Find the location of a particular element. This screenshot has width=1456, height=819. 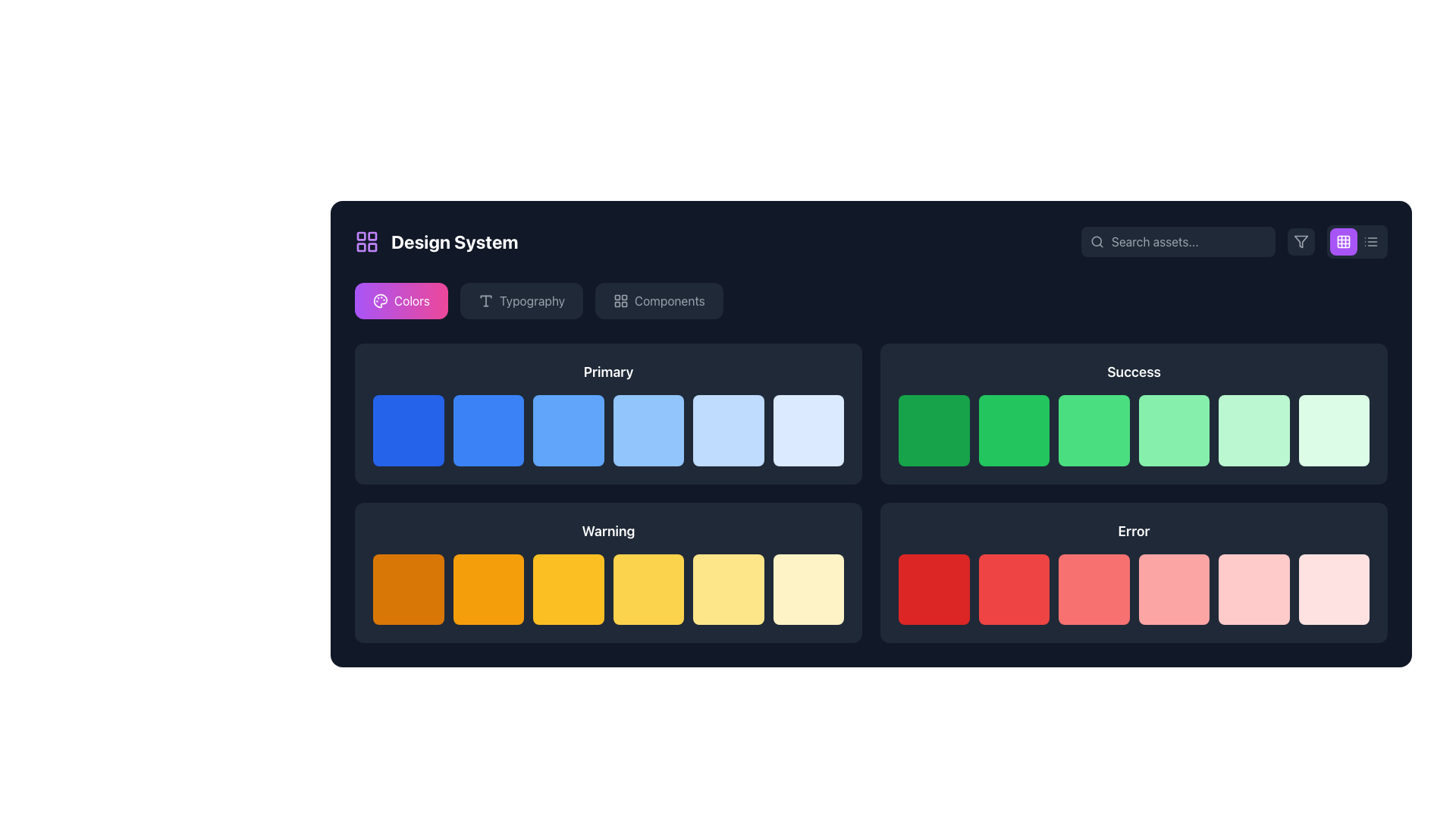

the fifth square from the left in the 'Error' section of the color categories for interaction is located at coordinates (1175, 590).